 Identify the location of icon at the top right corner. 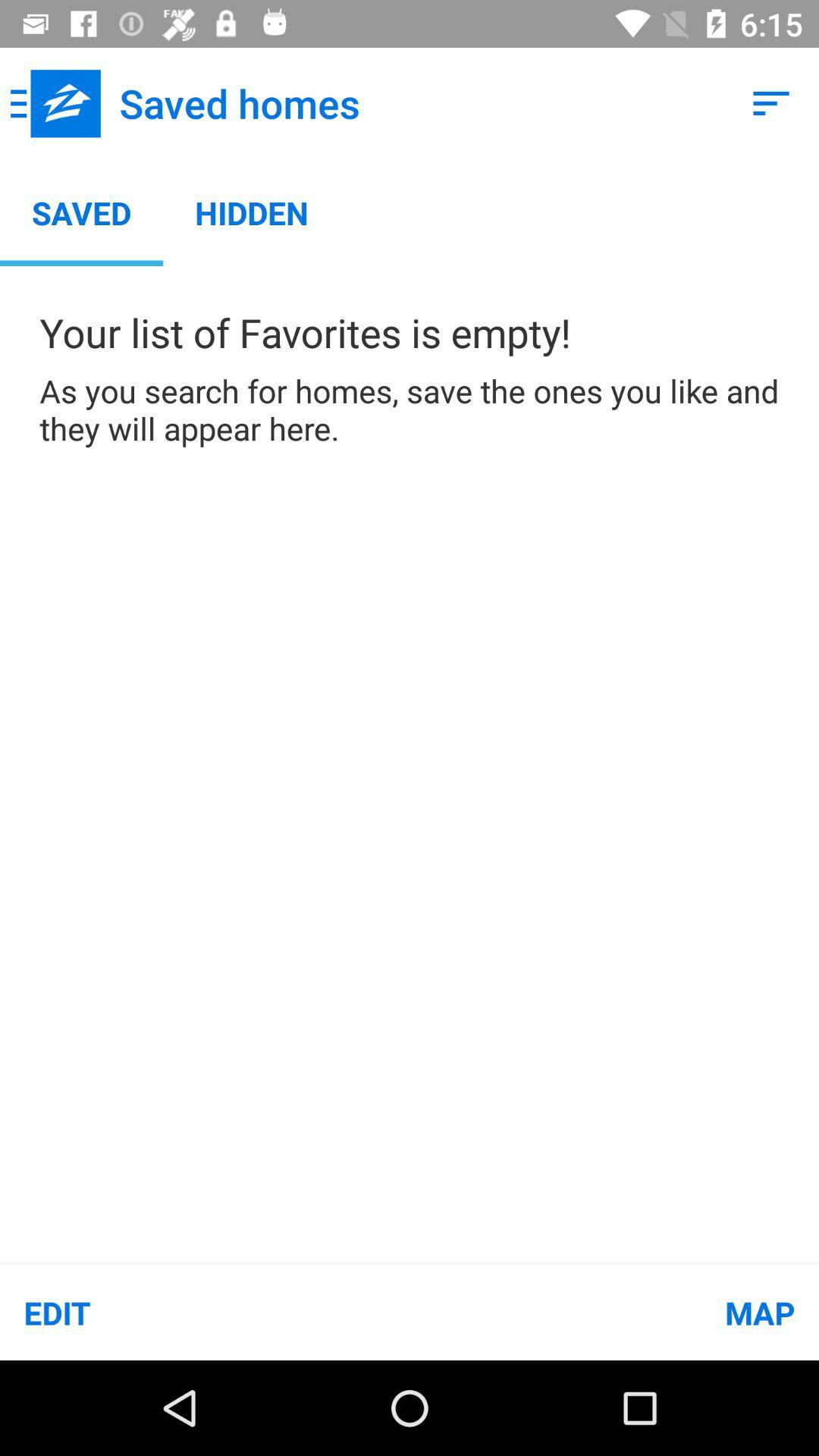
(771, 102).